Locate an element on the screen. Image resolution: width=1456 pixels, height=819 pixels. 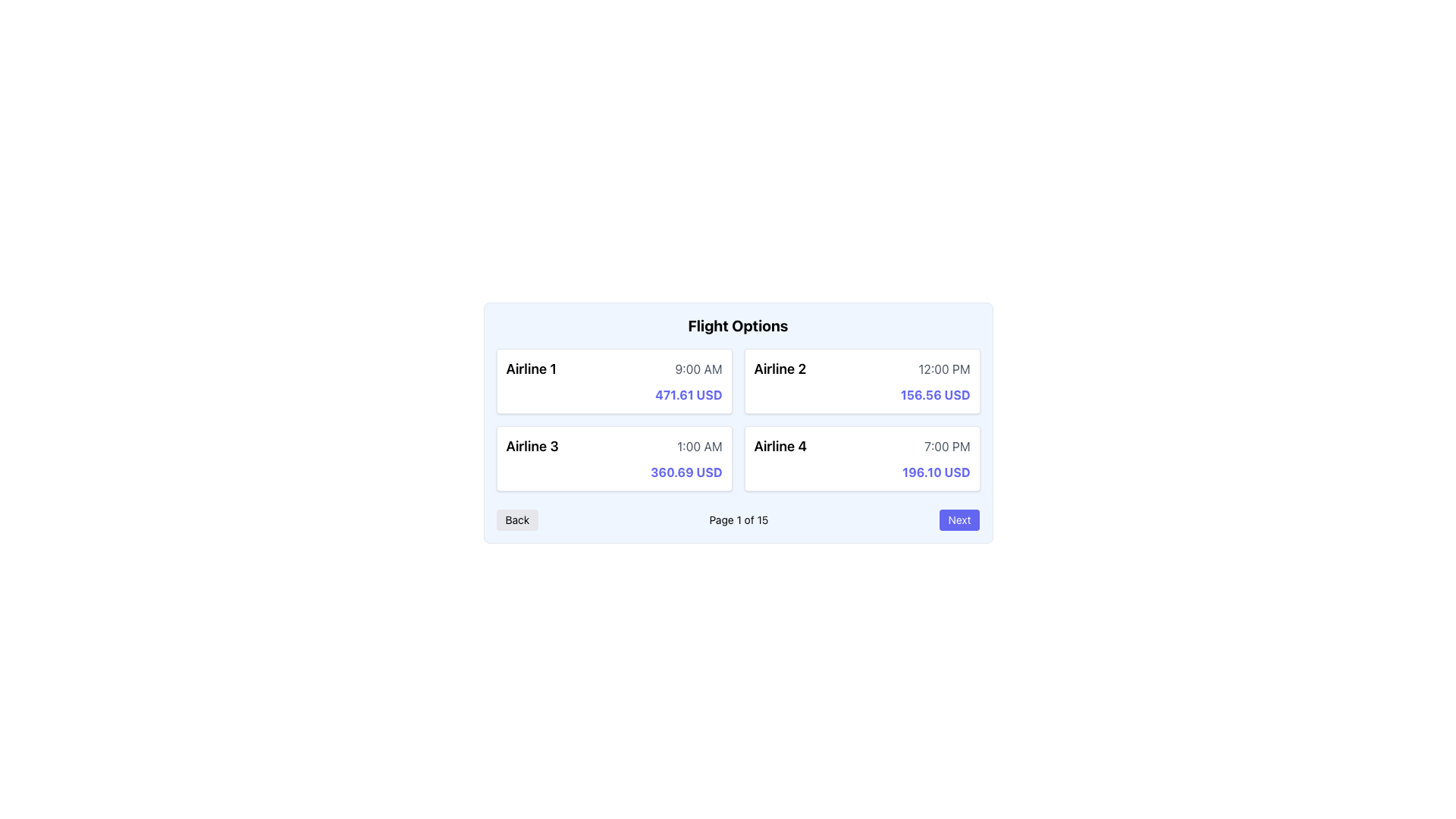
displayed departure time information for 'Airline 1', which is located in the upper left grid cell of the flight options, next to the airline's price is located at coordinates (698, 369).